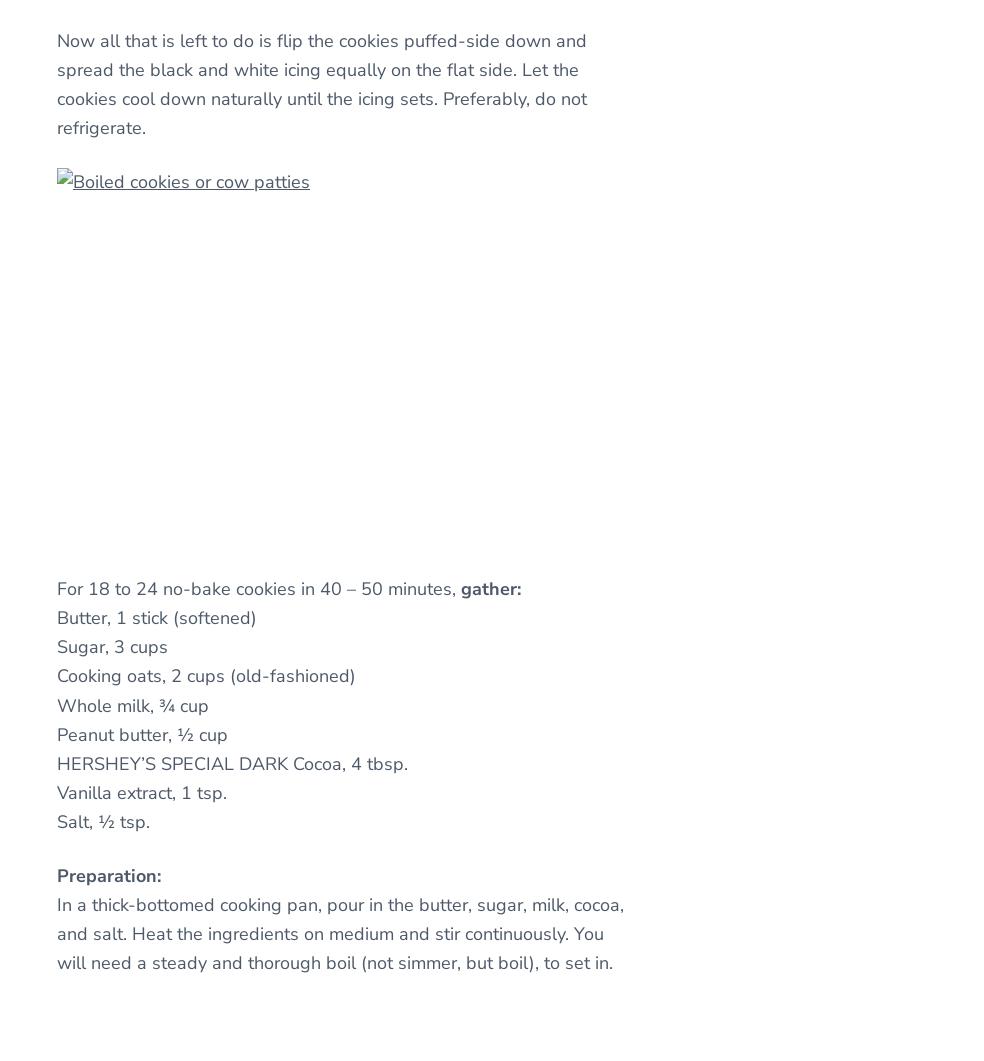  Describe the element at coordinates (55, 83) in the screenshot. I see `'Now all that is left to do is flip the cookies puffed-side down and spread the black and white icing equally on the flat side. Let the cookies cool down naturally until the icing sets. Preferably, do not refrigerate.'` at that location.